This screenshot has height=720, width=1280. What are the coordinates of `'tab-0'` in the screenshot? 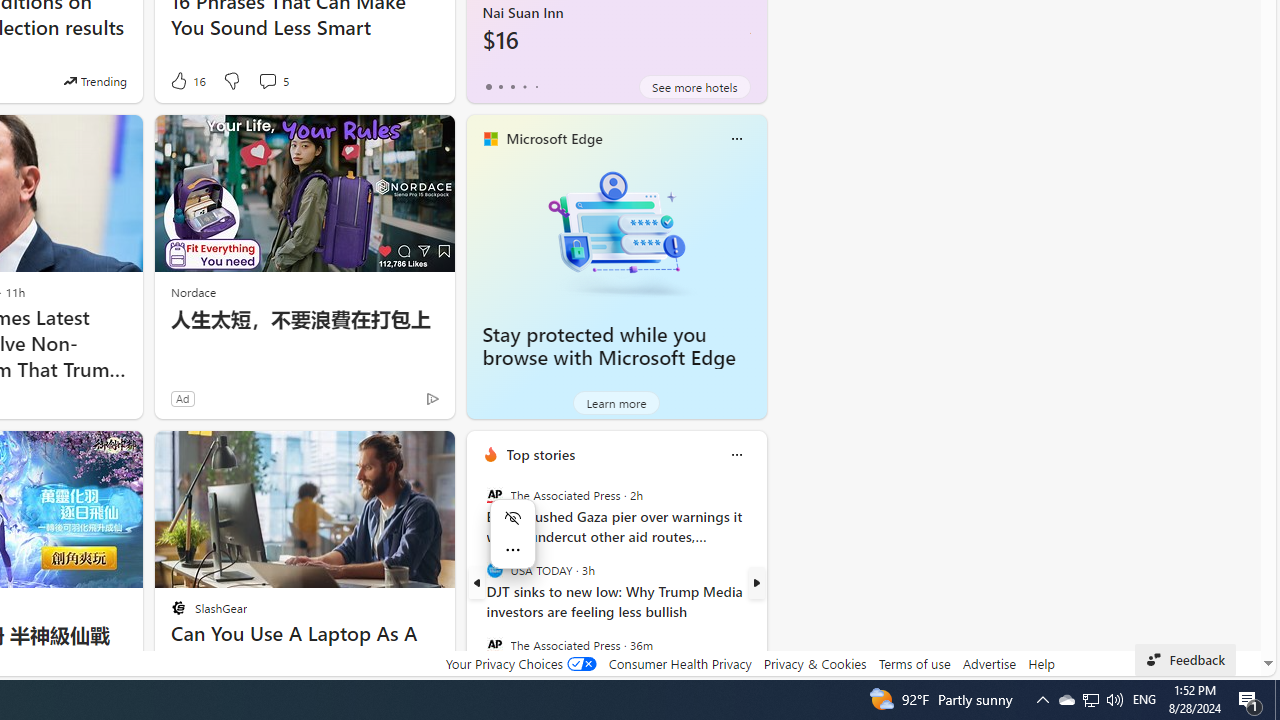 It's located at (488, 86).